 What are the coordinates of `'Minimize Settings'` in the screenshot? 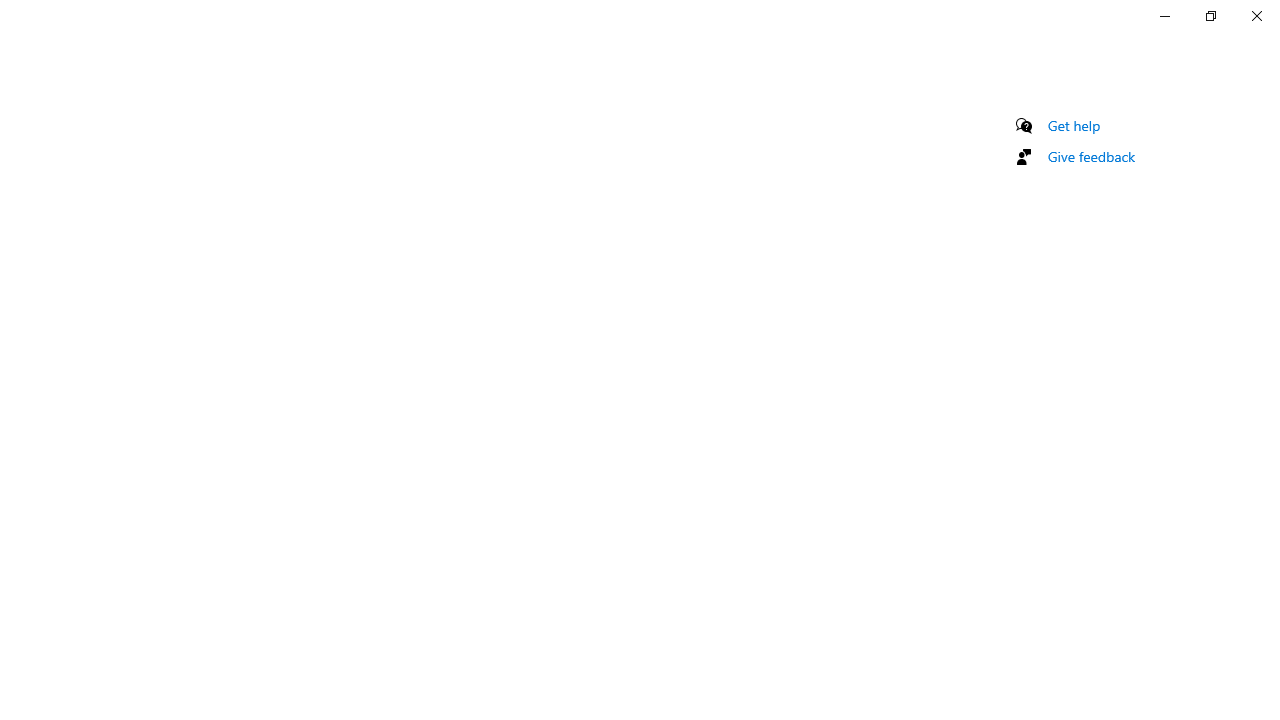 It's located at (1164, 15).